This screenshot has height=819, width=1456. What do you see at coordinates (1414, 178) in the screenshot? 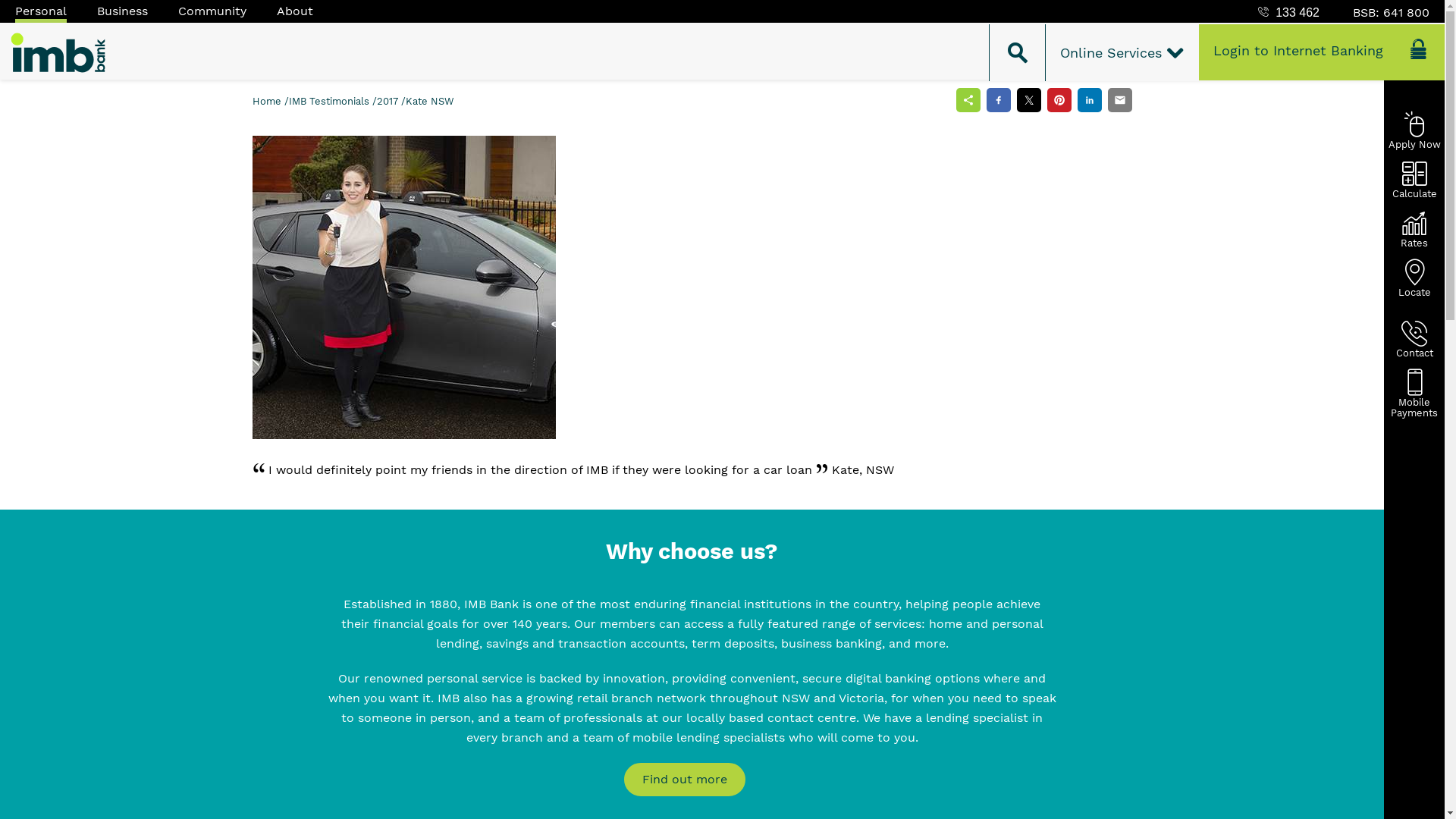
I see `'Calculate'` at bounding box center [1414, 178].